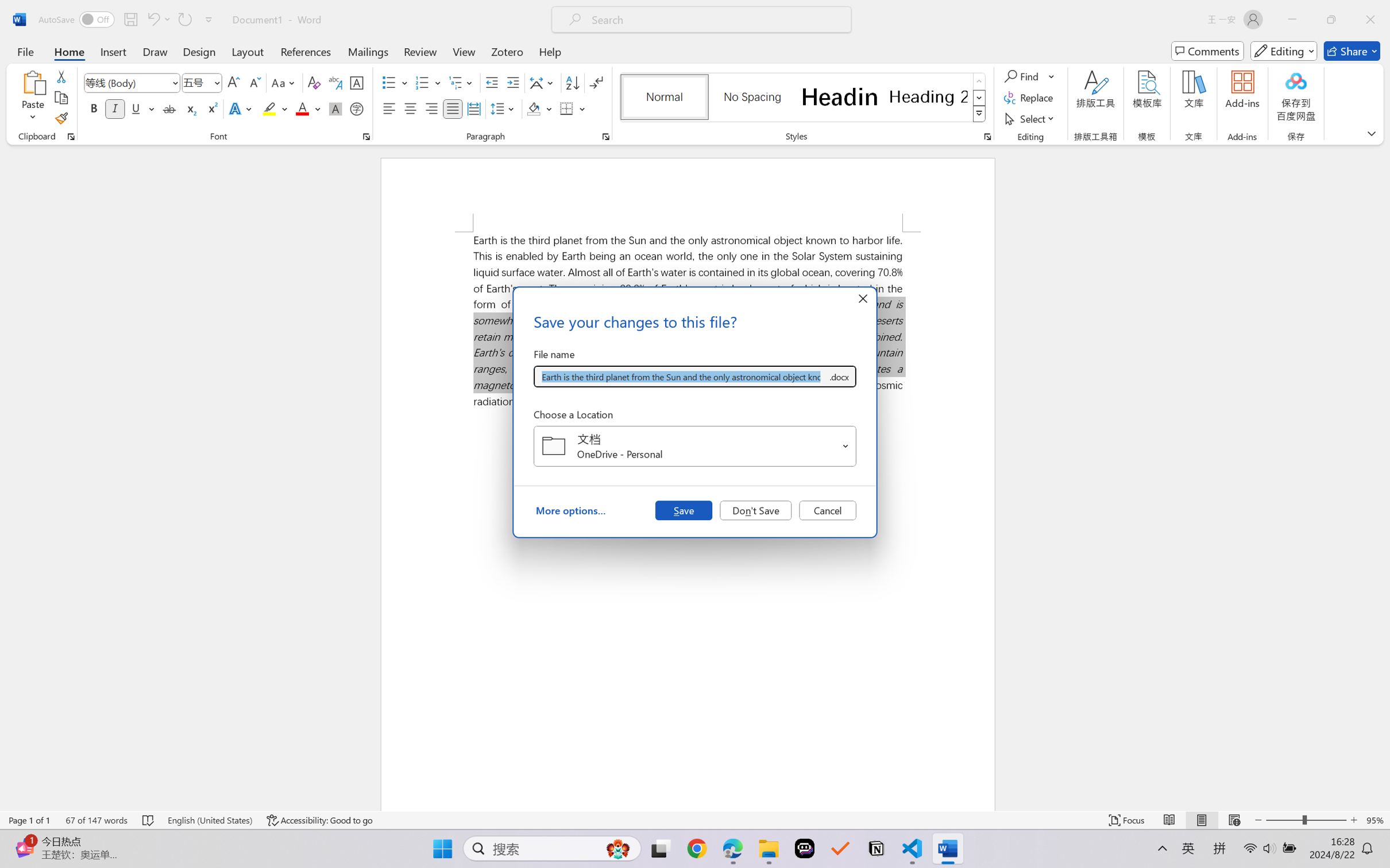  Describe the element at coordinates (190, 108) in the screenshot. I see `'Subscript'` at that location.